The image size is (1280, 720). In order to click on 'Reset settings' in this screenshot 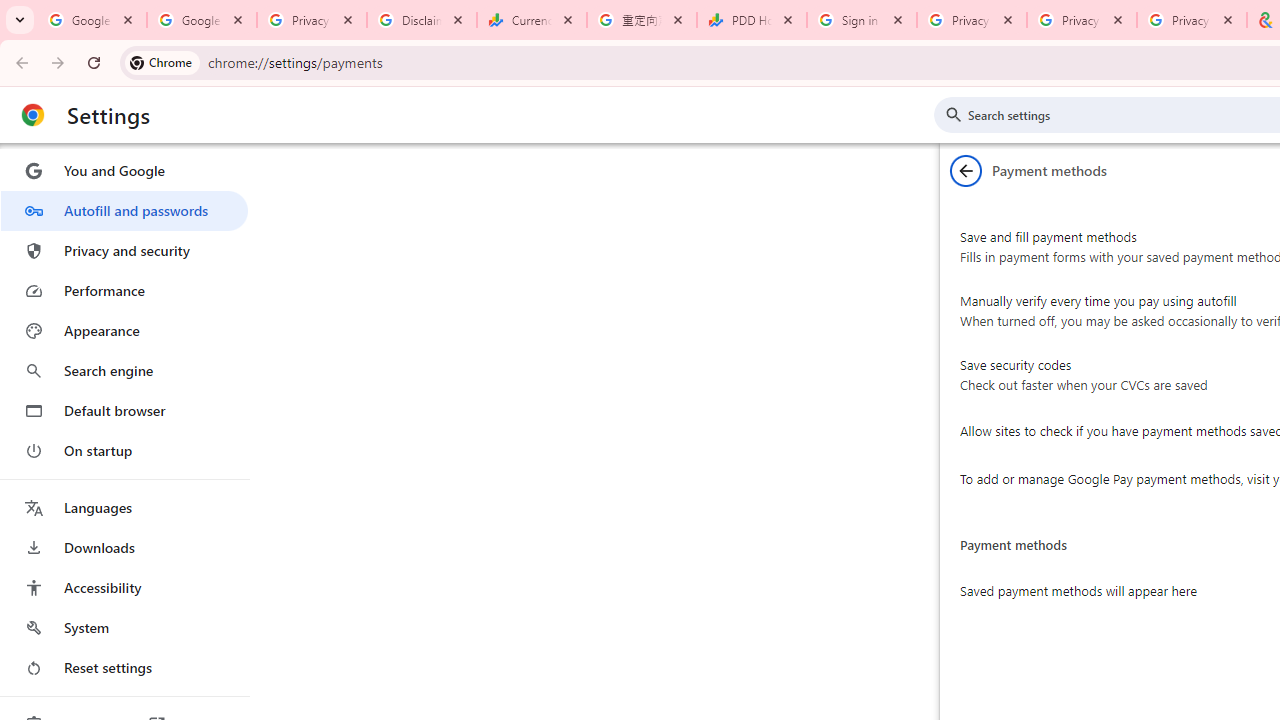, I will do `click(123, 668)`.